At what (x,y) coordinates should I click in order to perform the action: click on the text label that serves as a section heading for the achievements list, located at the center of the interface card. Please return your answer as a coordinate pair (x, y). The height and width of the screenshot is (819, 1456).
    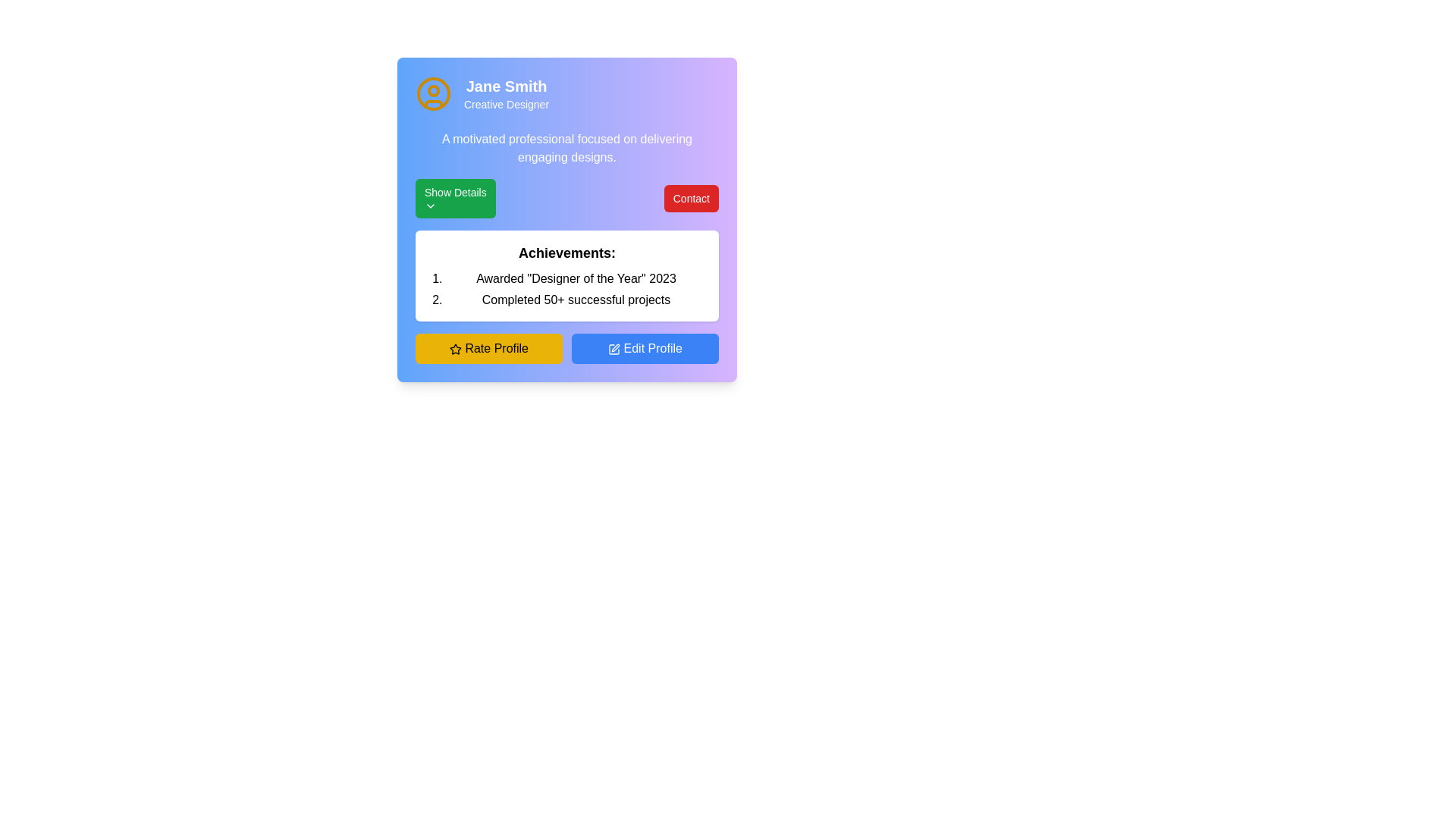
    Looking at the image, I should click on (566, 253).